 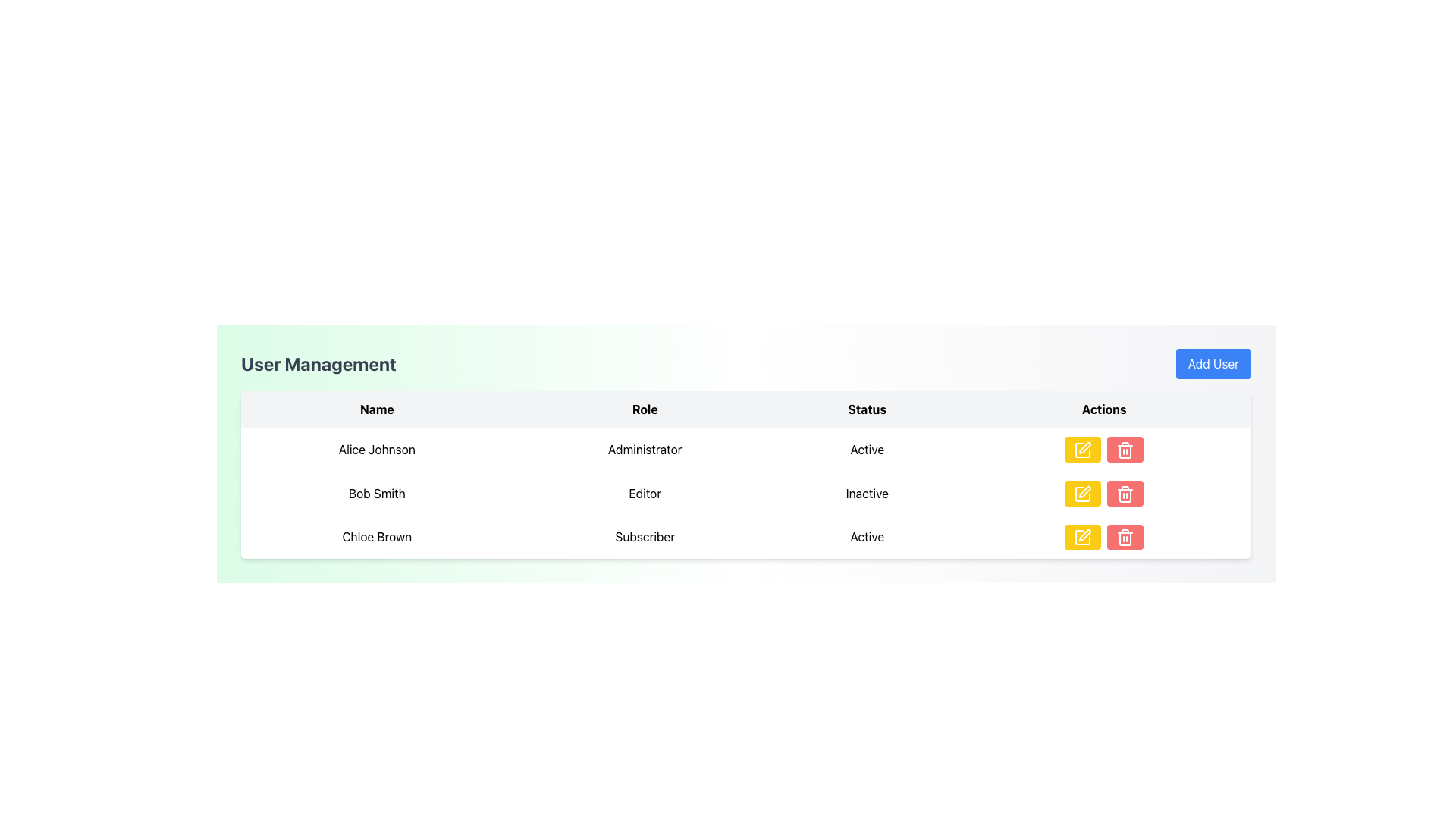 I want to click on the static text label indicating the role of user Bob Smith, located in the second row and second column of the table beneath the 'Role' header, so click(x=645, y=493).